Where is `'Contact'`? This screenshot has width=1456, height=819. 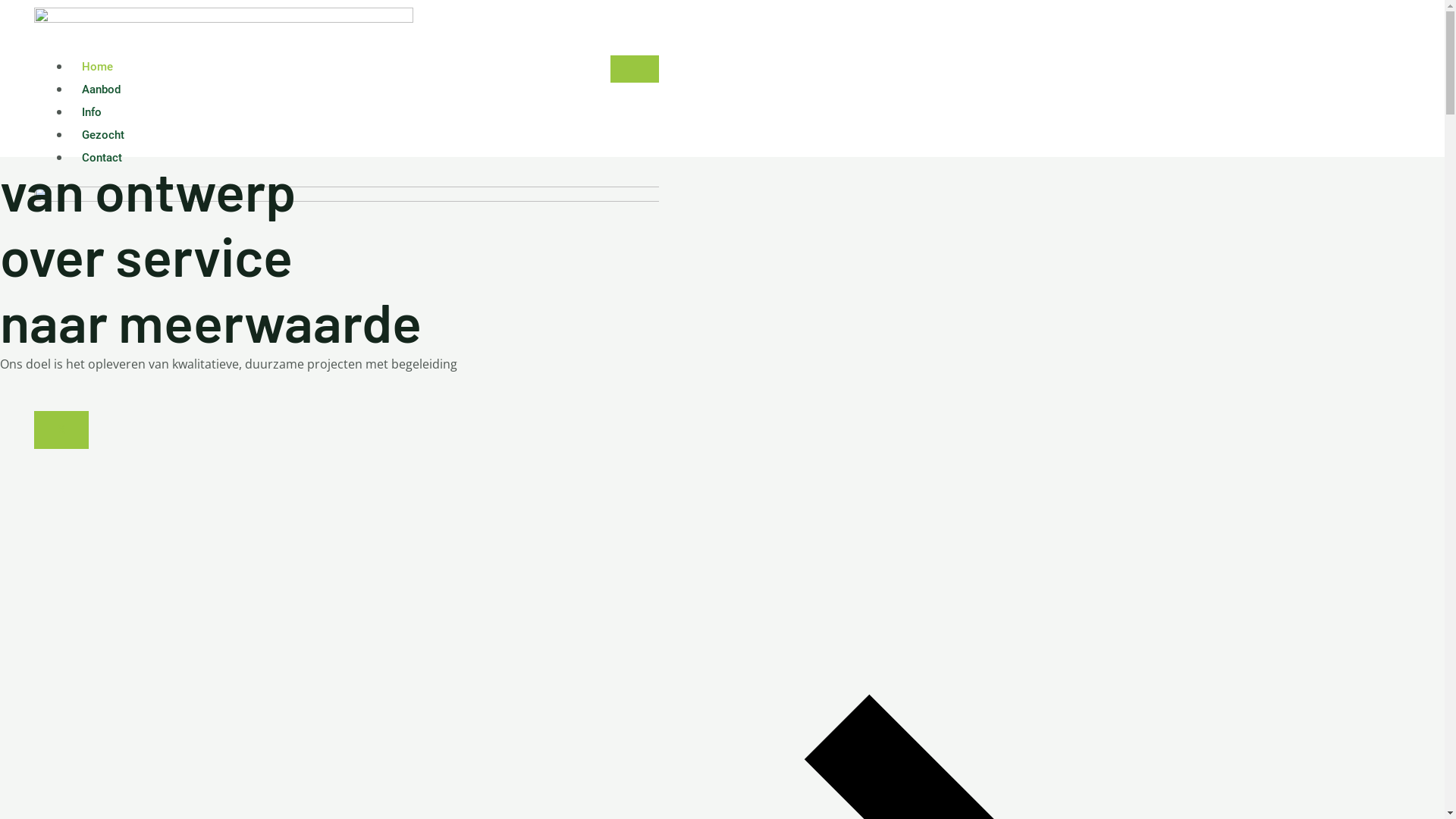 'Contact' is located at coordinates (101, 158).